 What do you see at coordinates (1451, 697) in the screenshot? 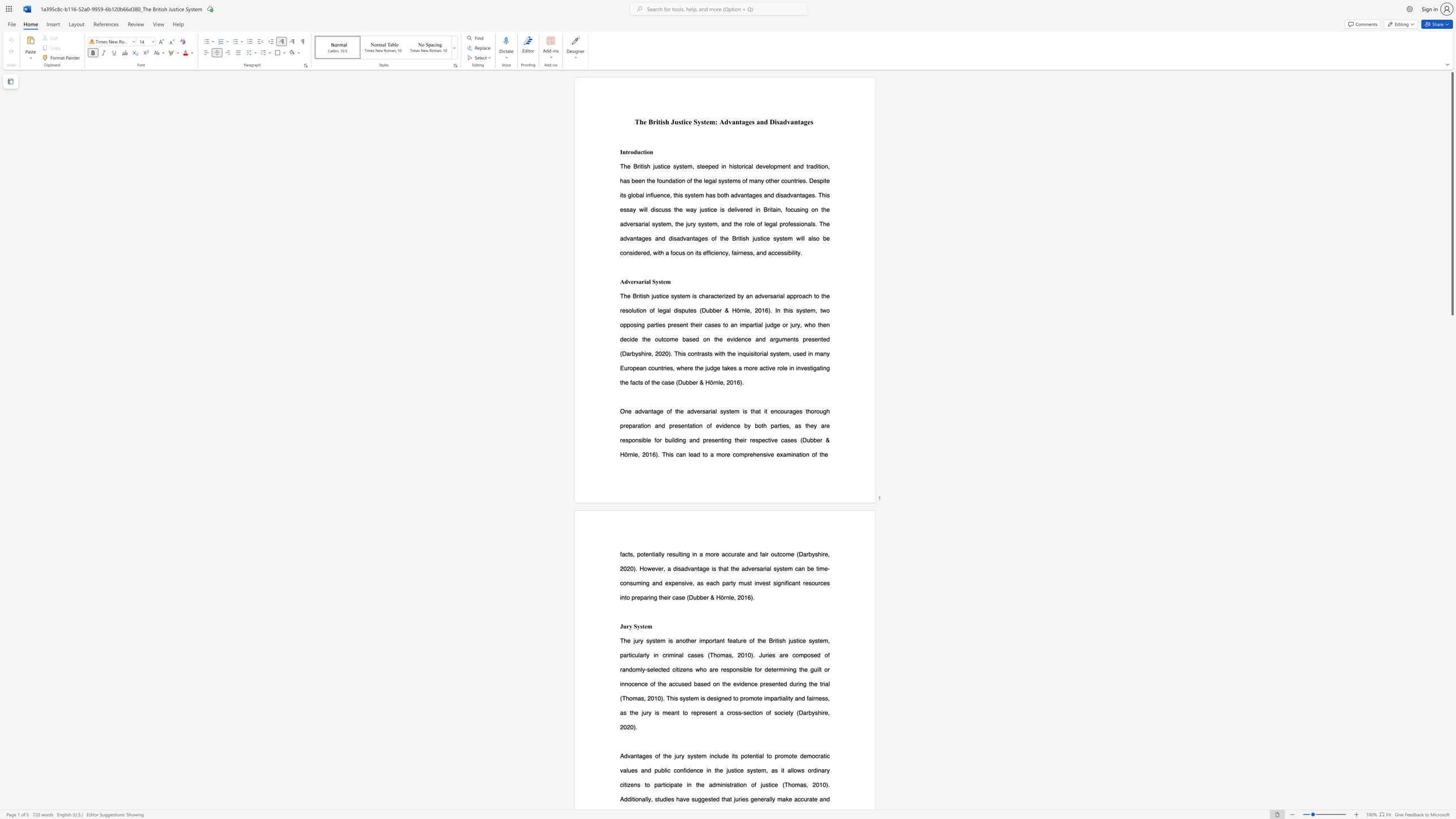
I see `the scrollbar on the right to shift the page lower` at bounding box center [1451, 697].